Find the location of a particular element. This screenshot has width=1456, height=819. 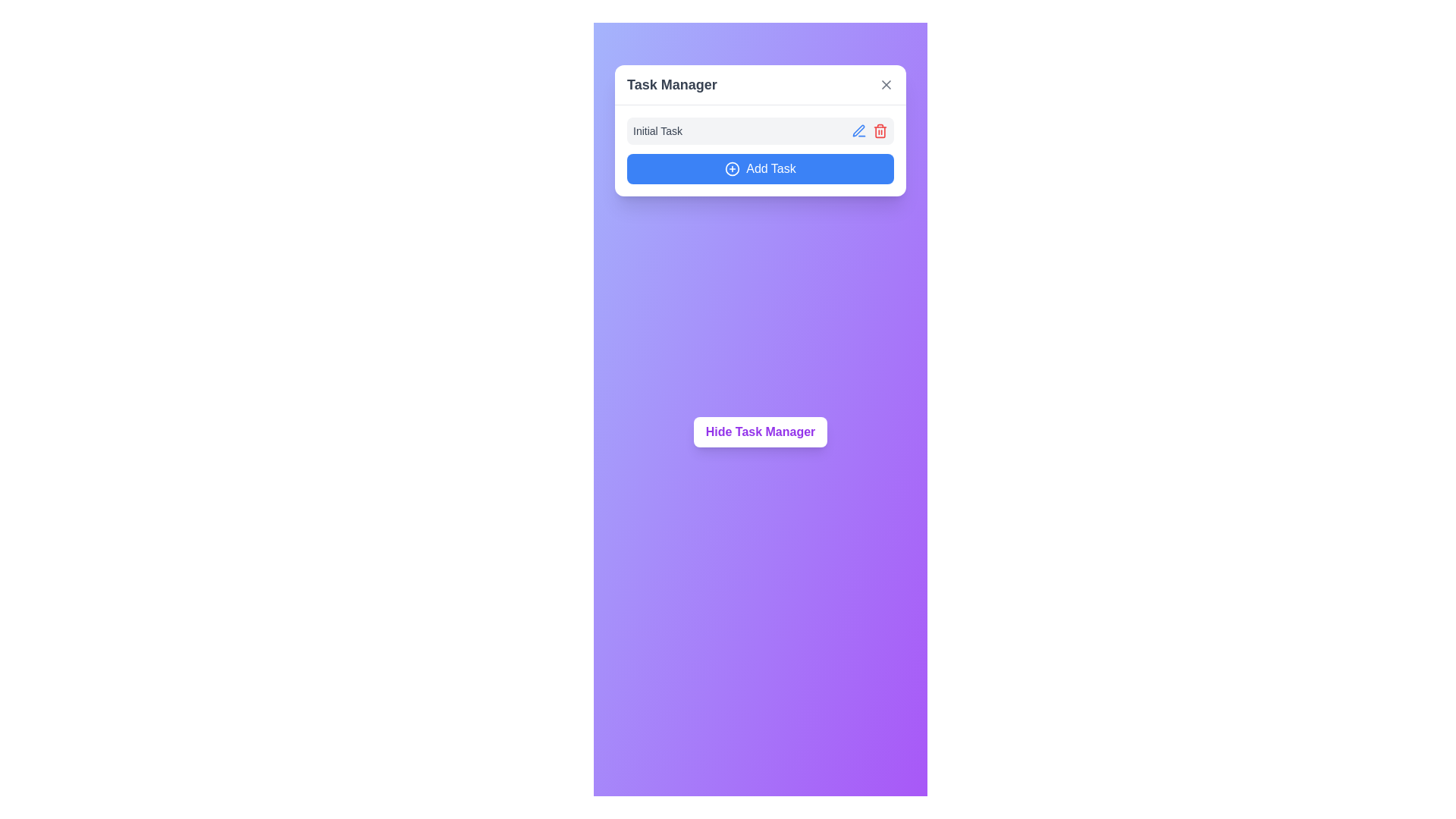

the trash can icon button located in the top right corner of the 'Task Manager' modal box is located at coordinates (880, 130).